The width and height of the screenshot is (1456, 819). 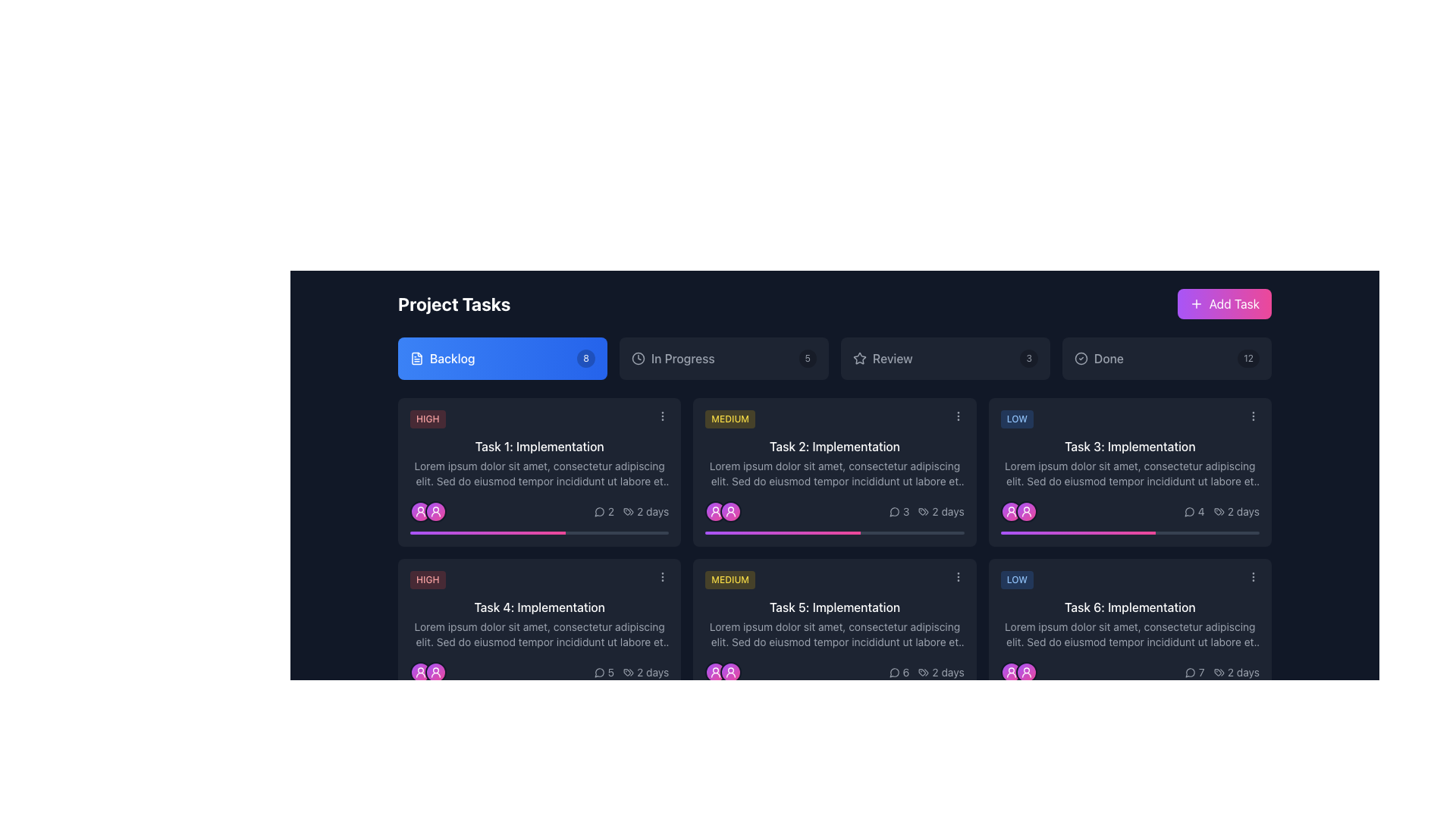 I want to click on the text label displaying '2 days' which is styled in light gray font and has an icon resembling two overlapping tags to its left, positioned in the second card of the lower row in a grid layout, so click(x=940, y=672).